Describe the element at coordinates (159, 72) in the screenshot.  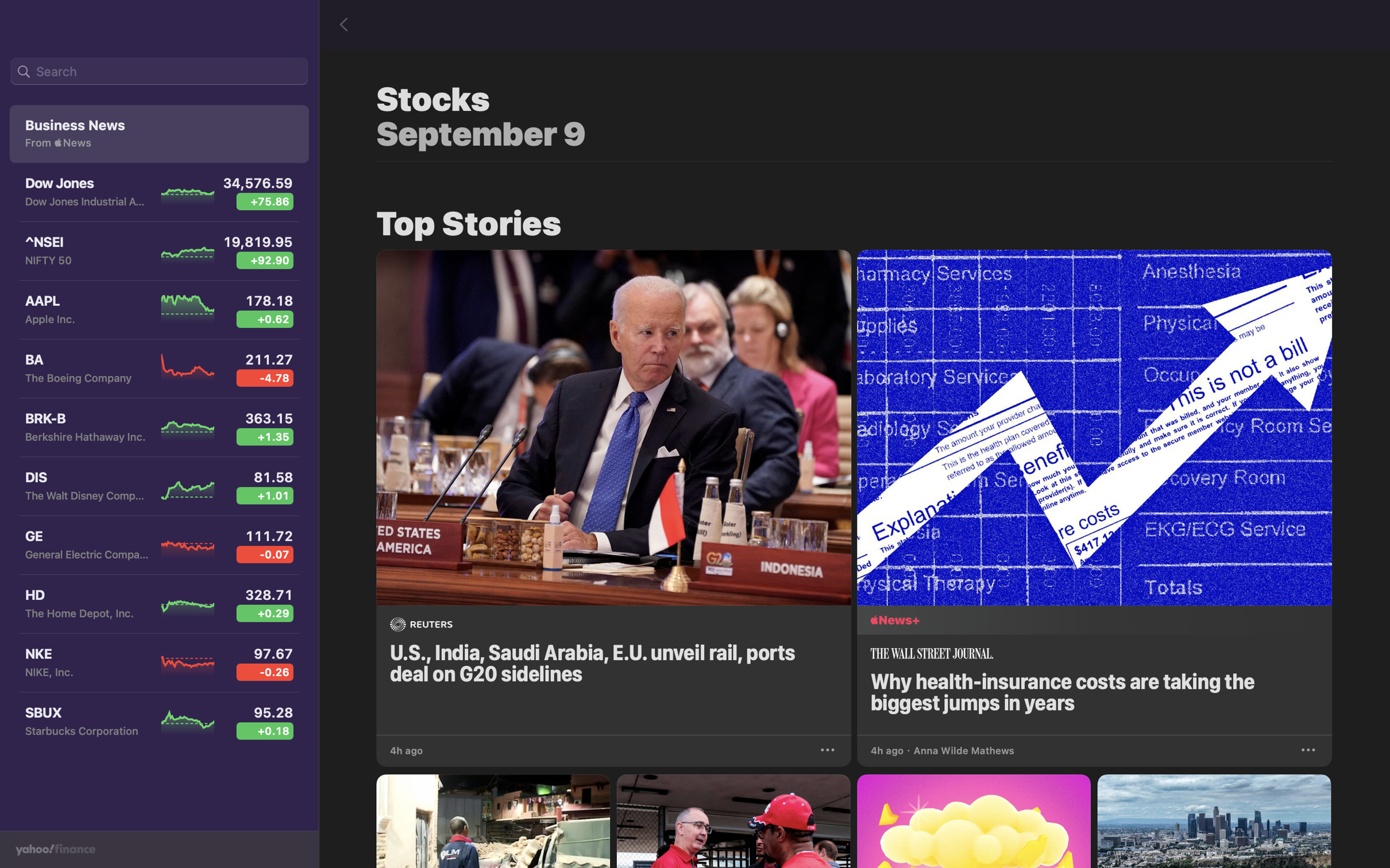
I see `Type "IBM" in the search bar located at top left and press enter` at that location.